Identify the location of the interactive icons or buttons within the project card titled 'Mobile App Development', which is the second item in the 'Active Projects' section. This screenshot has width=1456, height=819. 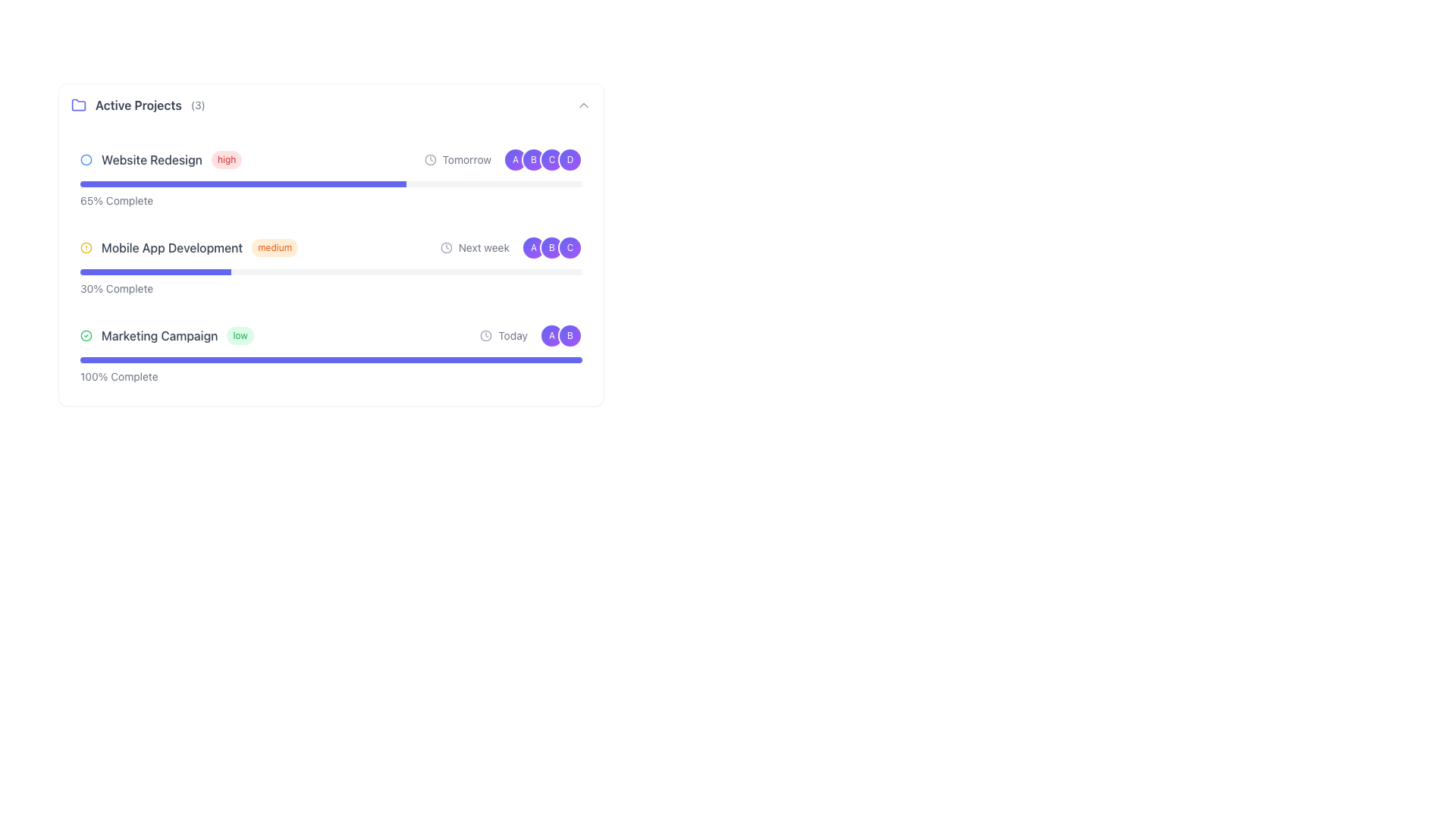
(330, 265).